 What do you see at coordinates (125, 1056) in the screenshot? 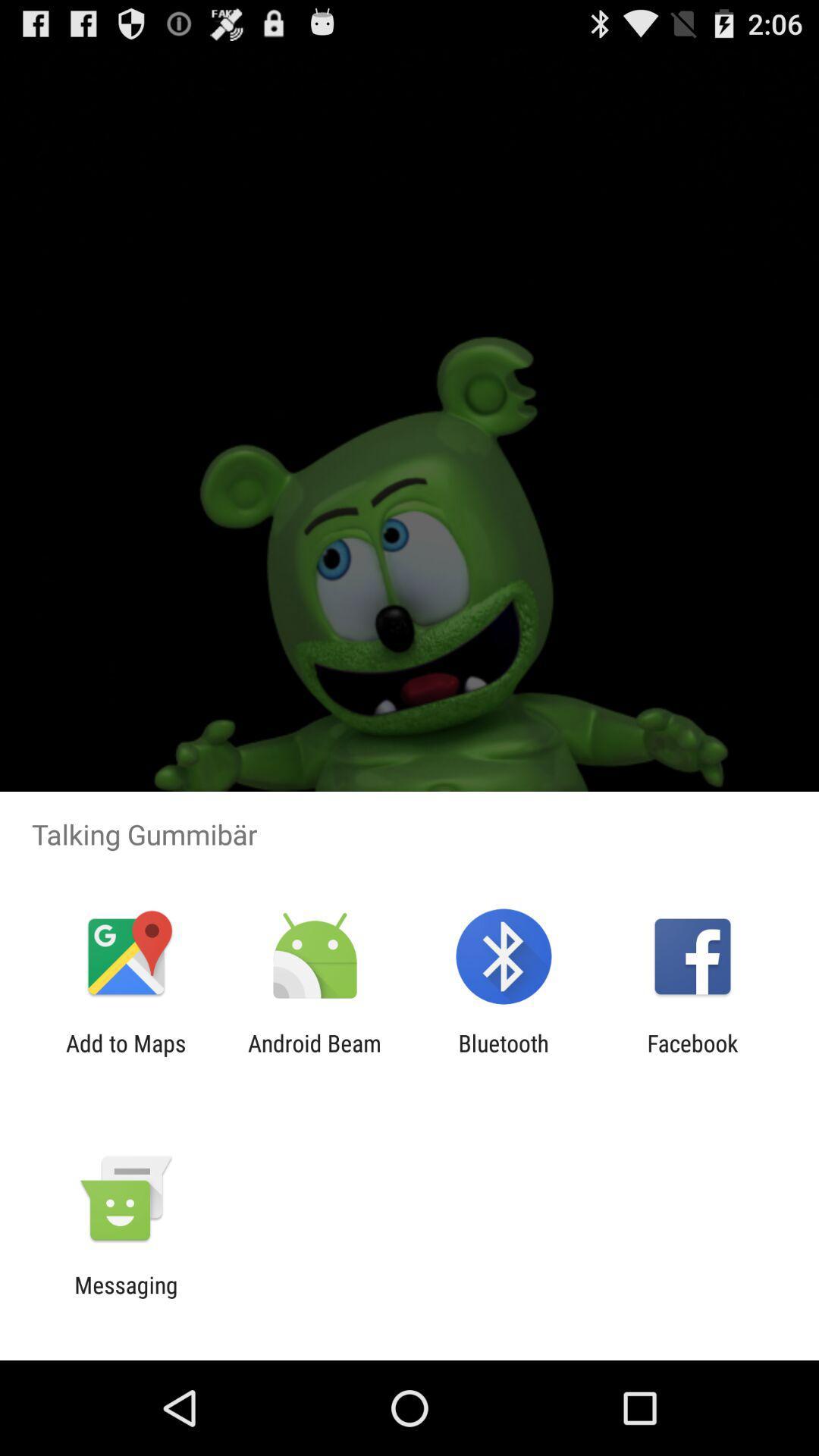
I see `icon next to the android beam icon` at bounding box center [125, 1056].